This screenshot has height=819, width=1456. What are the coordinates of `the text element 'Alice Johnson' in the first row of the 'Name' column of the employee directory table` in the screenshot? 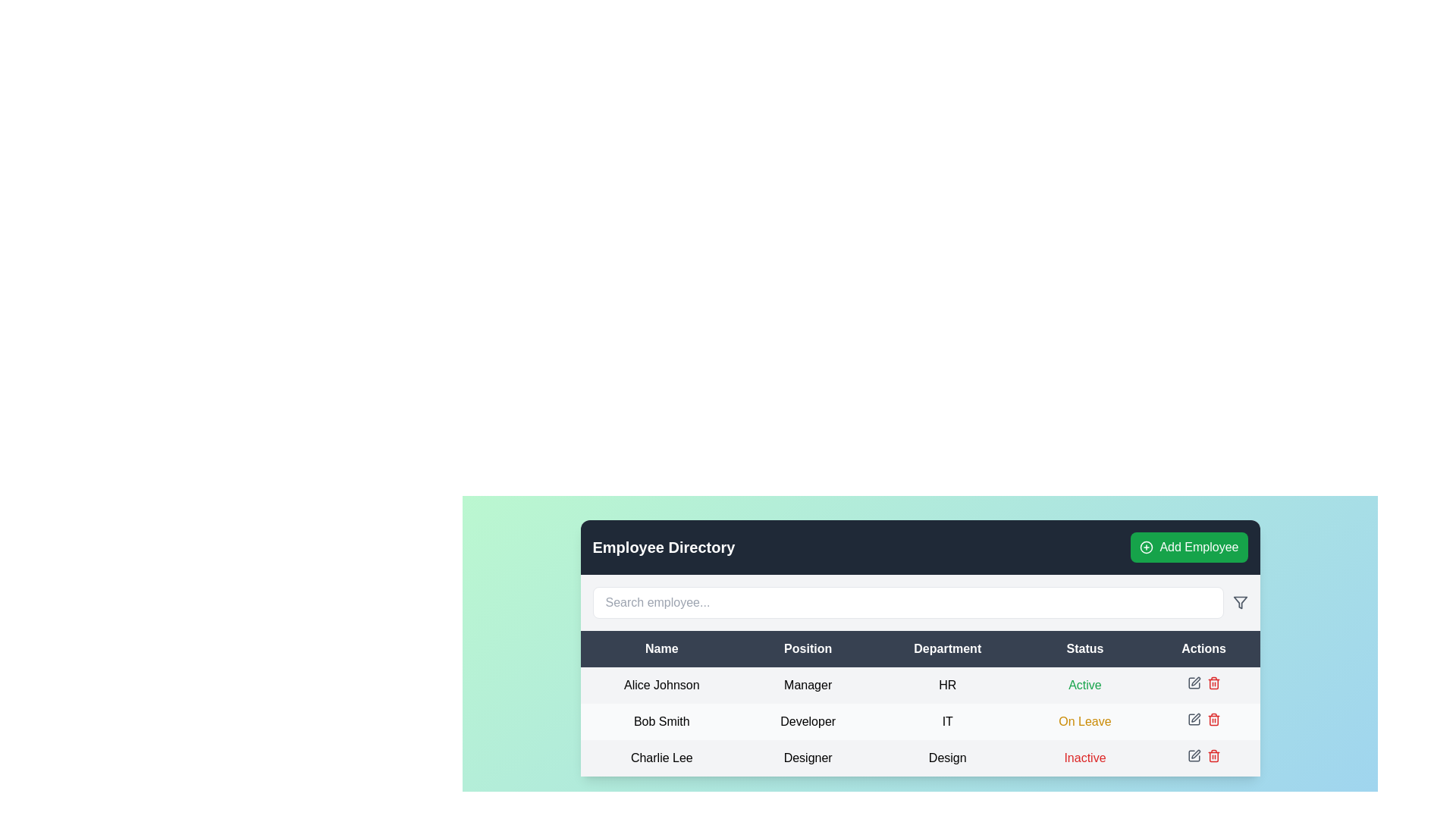 It's located at (661, 685).